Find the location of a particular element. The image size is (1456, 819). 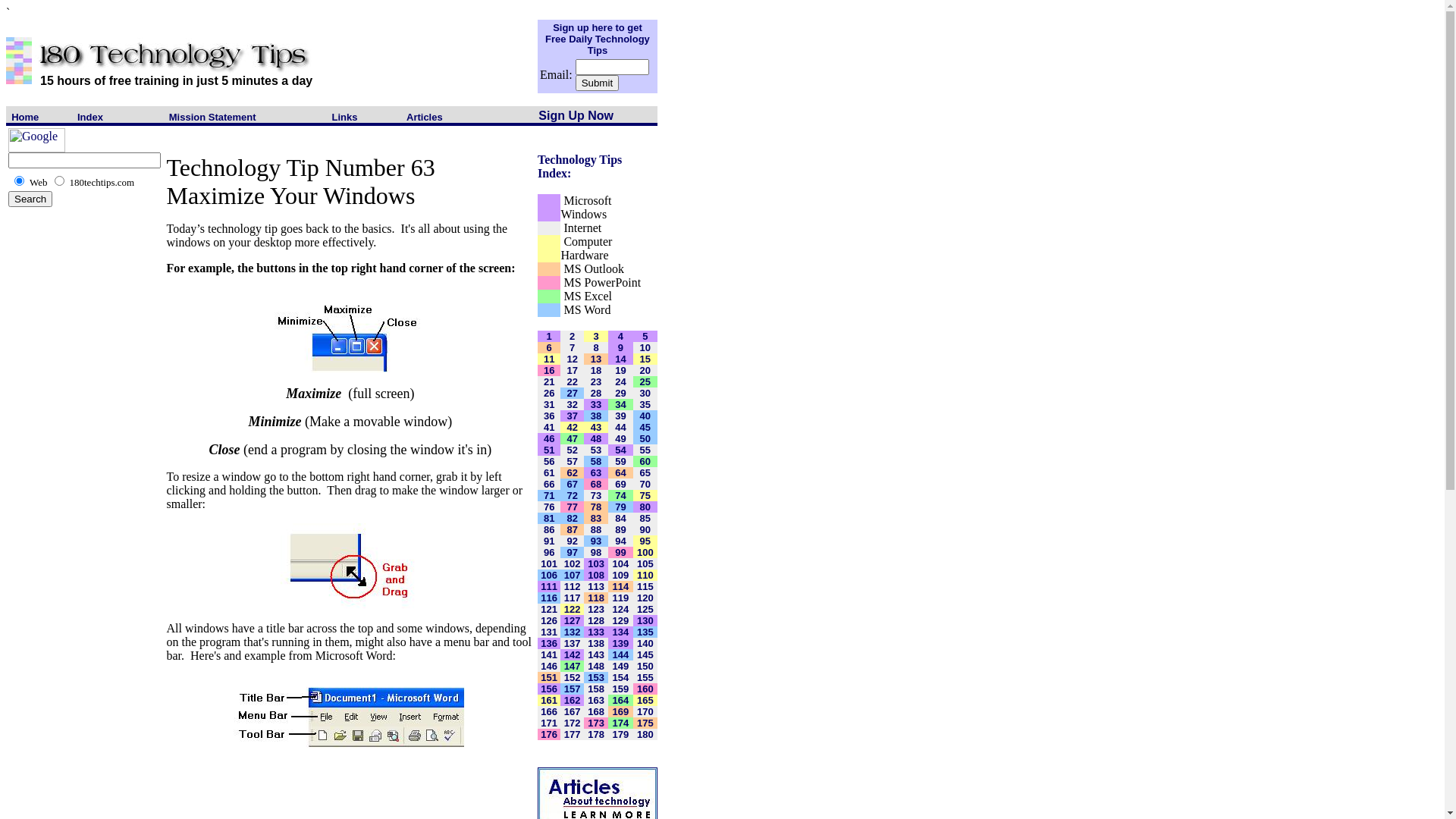

'42' is located at coordinates (570, 427).